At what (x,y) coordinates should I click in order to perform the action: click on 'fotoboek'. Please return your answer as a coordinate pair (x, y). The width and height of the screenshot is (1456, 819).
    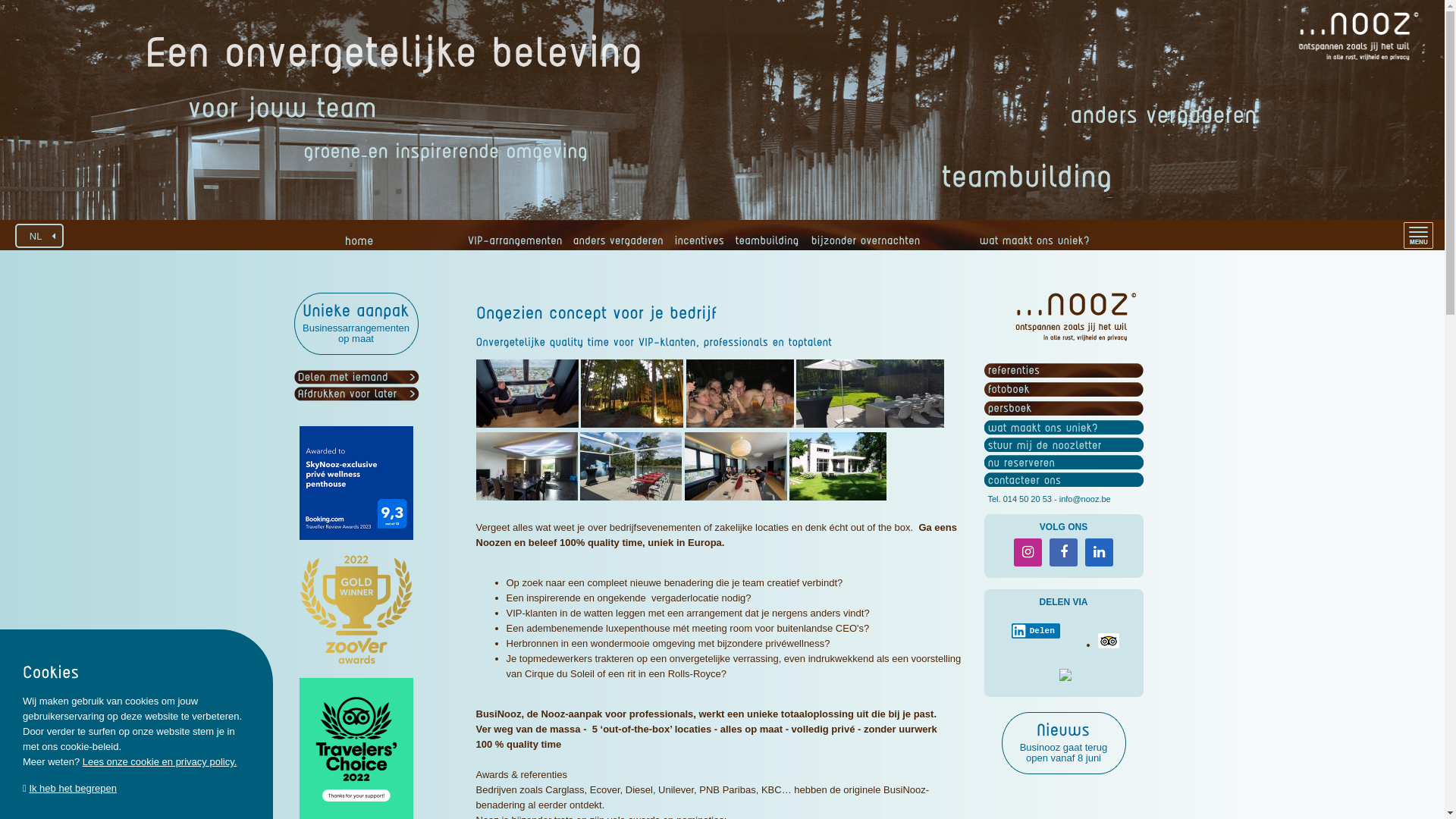
    Looking at the image, I should click on (1008, 388).